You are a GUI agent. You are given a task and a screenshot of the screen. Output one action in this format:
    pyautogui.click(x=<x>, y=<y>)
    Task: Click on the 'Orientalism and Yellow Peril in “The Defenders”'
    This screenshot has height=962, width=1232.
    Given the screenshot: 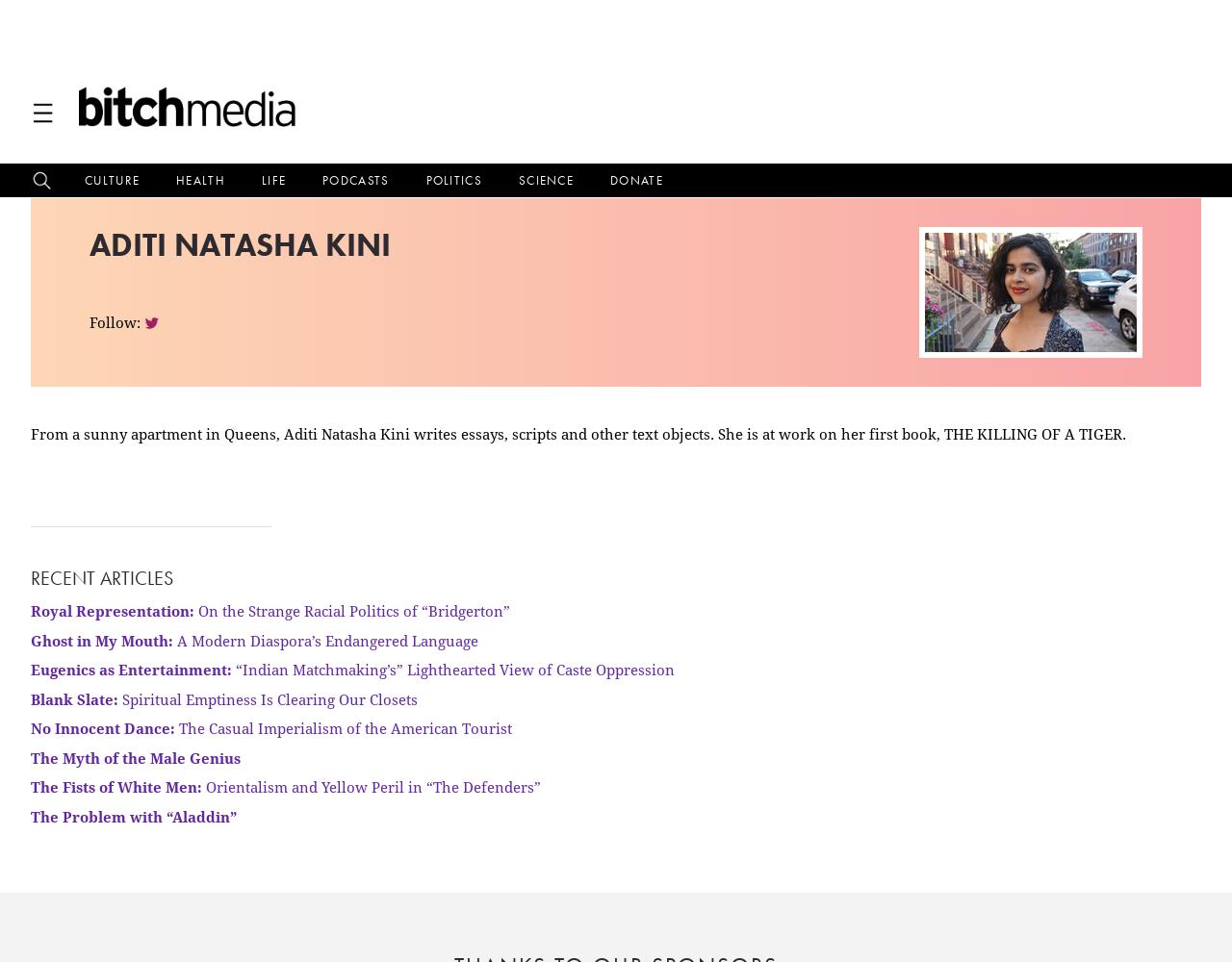 What is the action you would take?
    pyautogui.click(x=372, y=786)
    